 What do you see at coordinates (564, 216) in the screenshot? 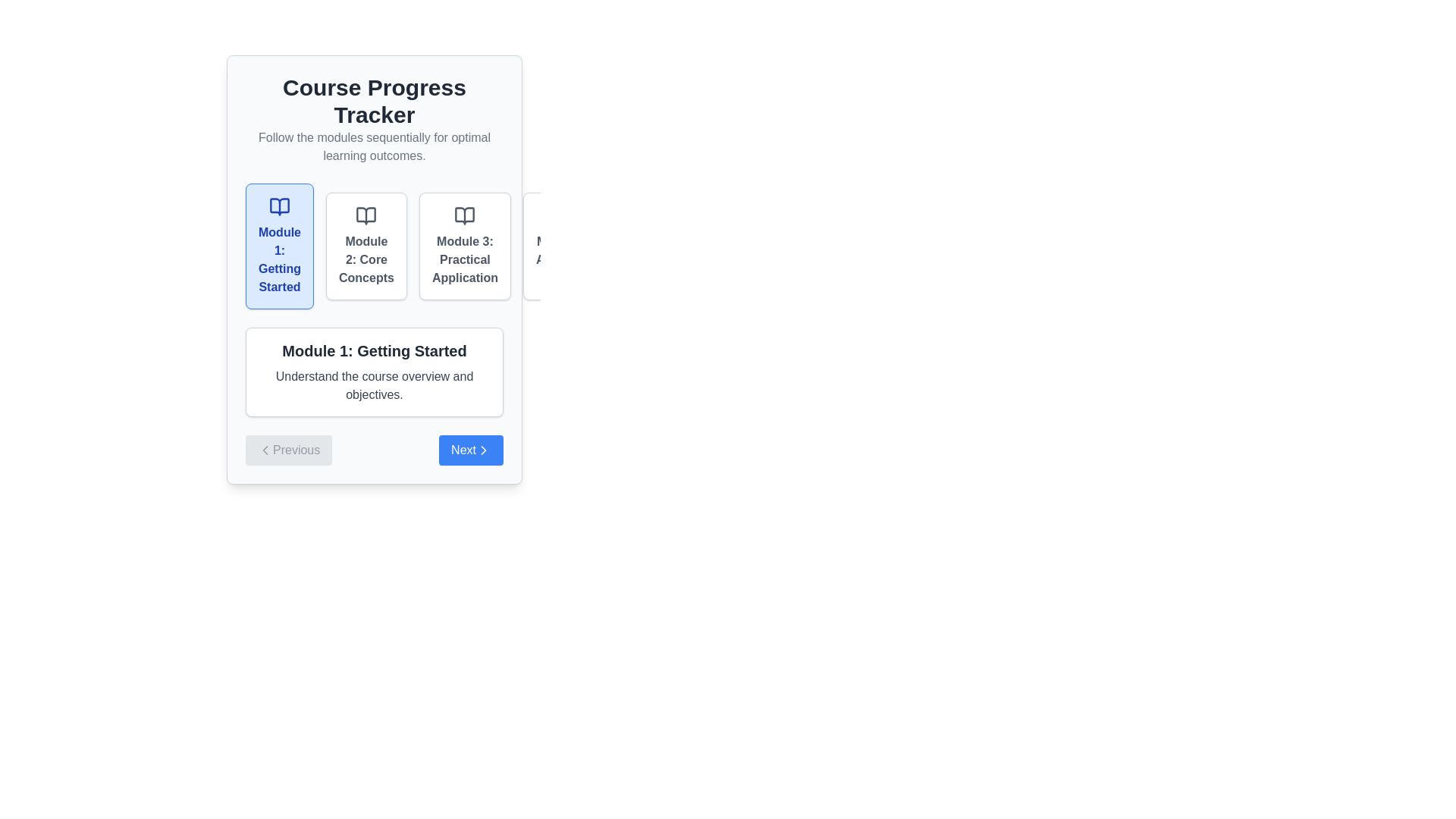
I see `the leaf of the open book icon located to the right side of the progress tracker module, which represents documents or manuals related to reading or knowledge` at bounding box center [564, 216].